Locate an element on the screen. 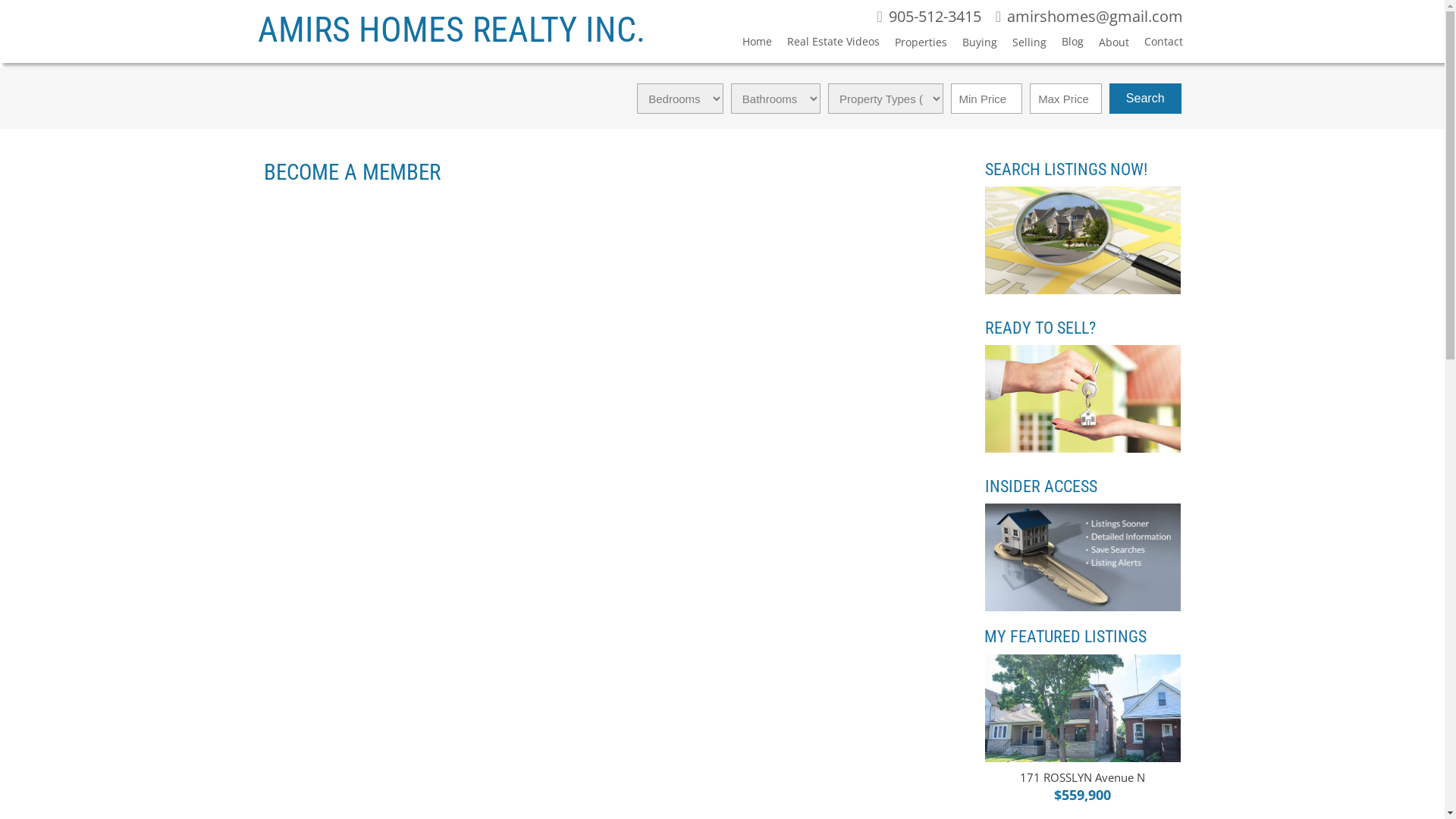 Image resolution: width=1456 pixels, height=819 pixels. 'Real Estate Videos' is located at coordinates (825, 43).